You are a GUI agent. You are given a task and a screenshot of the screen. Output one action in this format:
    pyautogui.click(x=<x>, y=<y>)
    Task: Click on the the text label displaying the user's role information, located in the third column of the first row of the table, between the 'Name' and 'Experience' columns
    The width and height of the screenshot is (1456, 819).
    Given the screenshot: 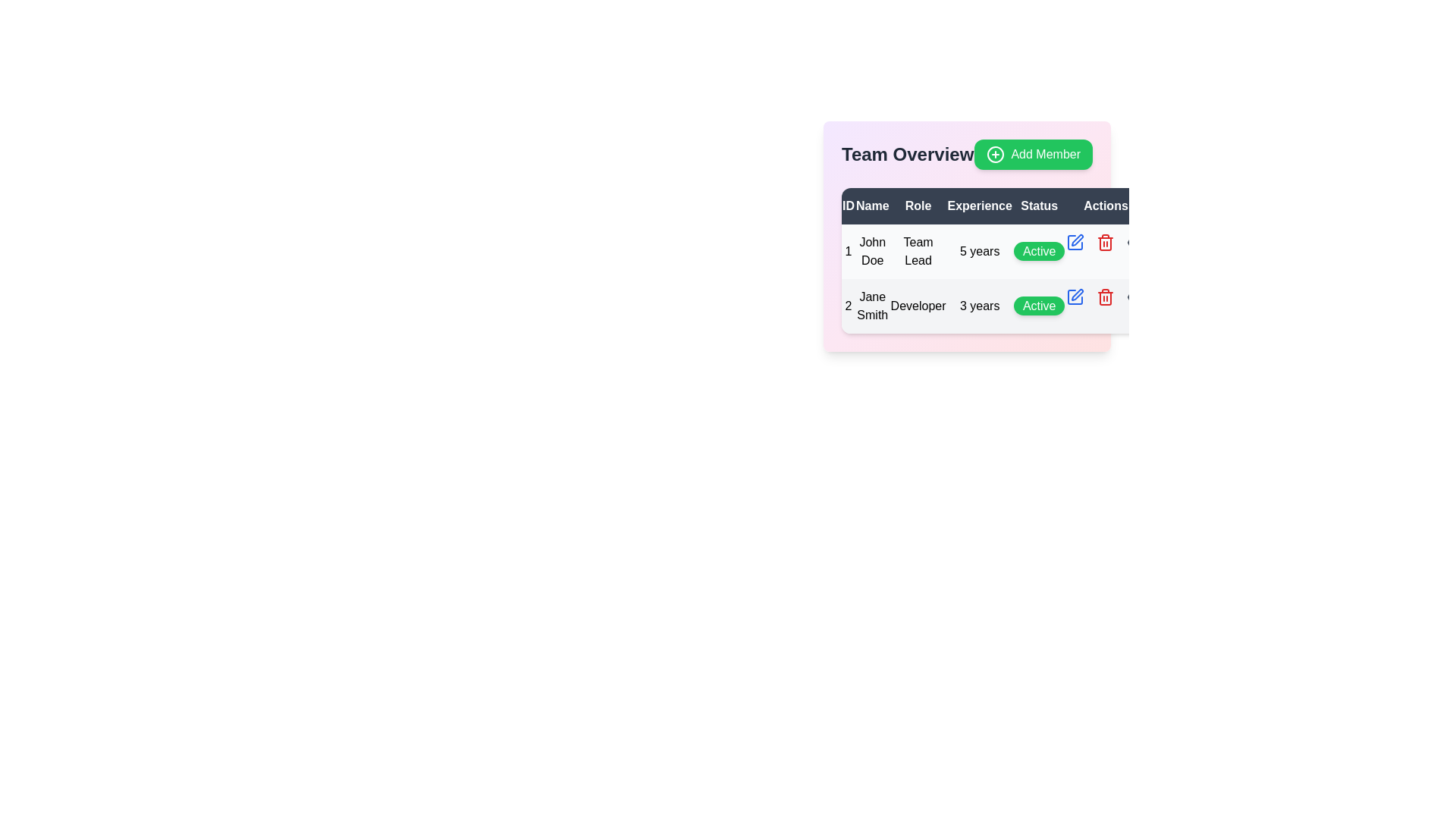 What is the action you would take?
    pyautogui.click(x=918, y=250)
    